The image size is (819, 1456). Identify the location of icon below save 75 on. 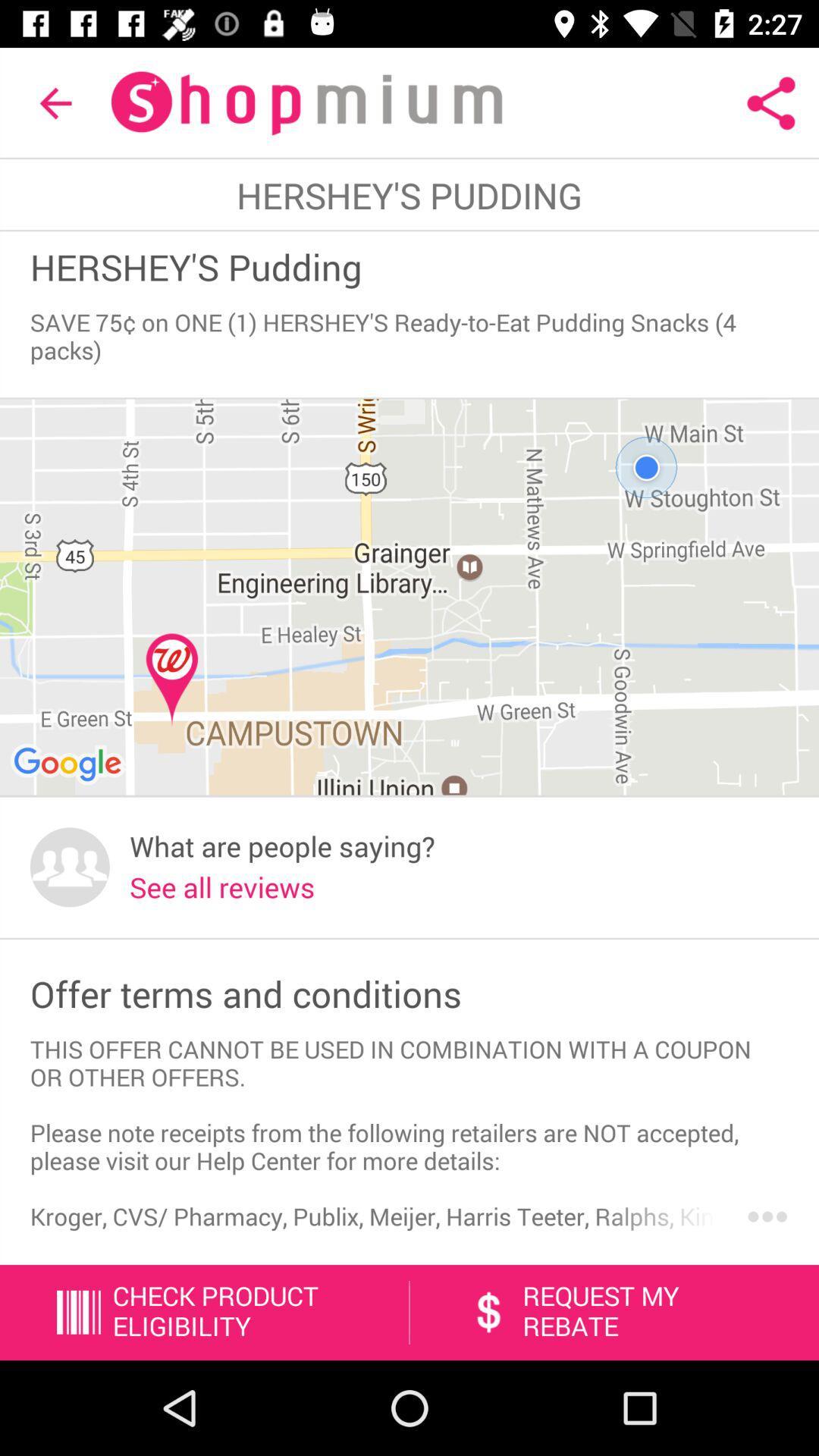
(409, 597).